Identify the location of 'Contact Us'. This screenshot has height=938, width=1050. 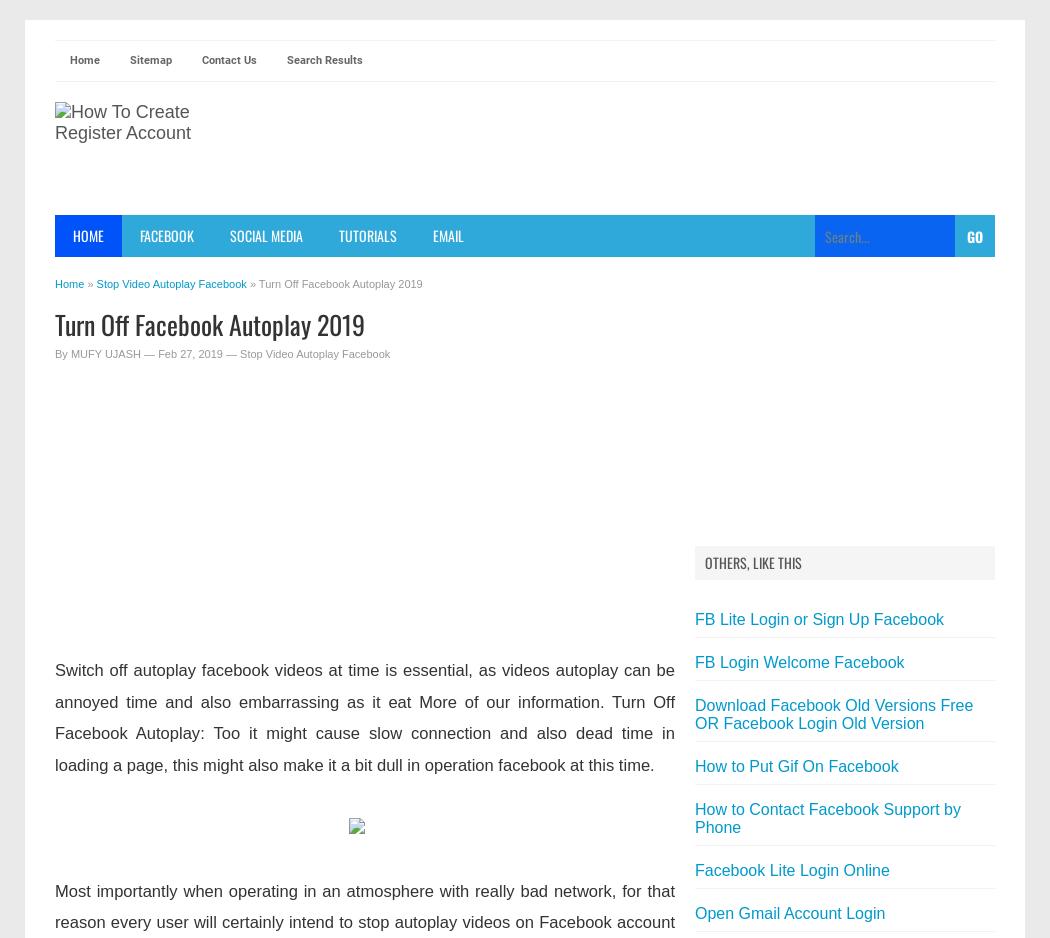
(229, 59).